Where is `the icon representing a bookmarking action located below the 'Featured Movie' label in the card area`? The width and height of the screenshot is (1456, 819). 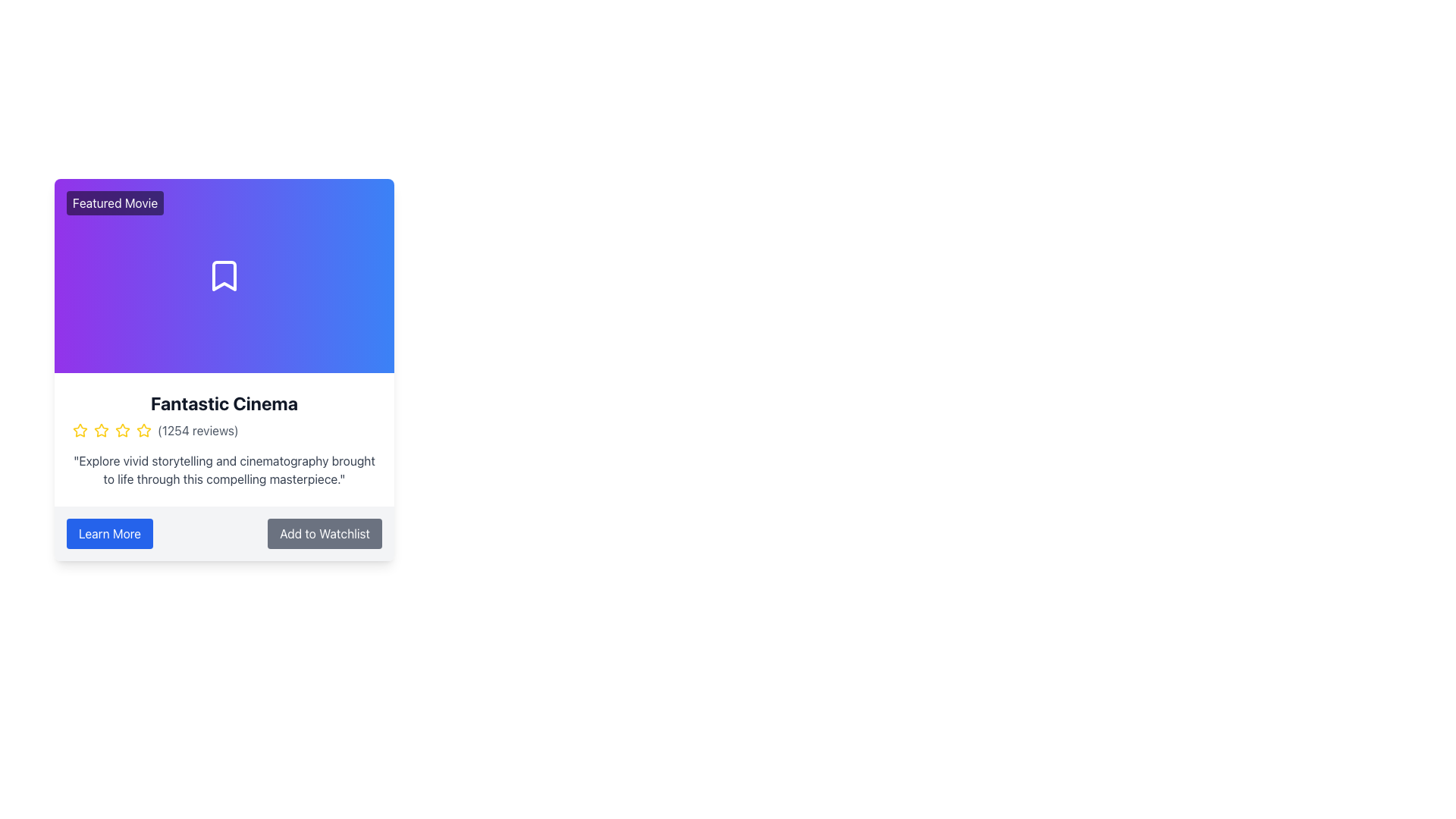 the icon representing a bookmarking action located below the 'Featured Movie' label in the card area is located at coordinates (224, 275).